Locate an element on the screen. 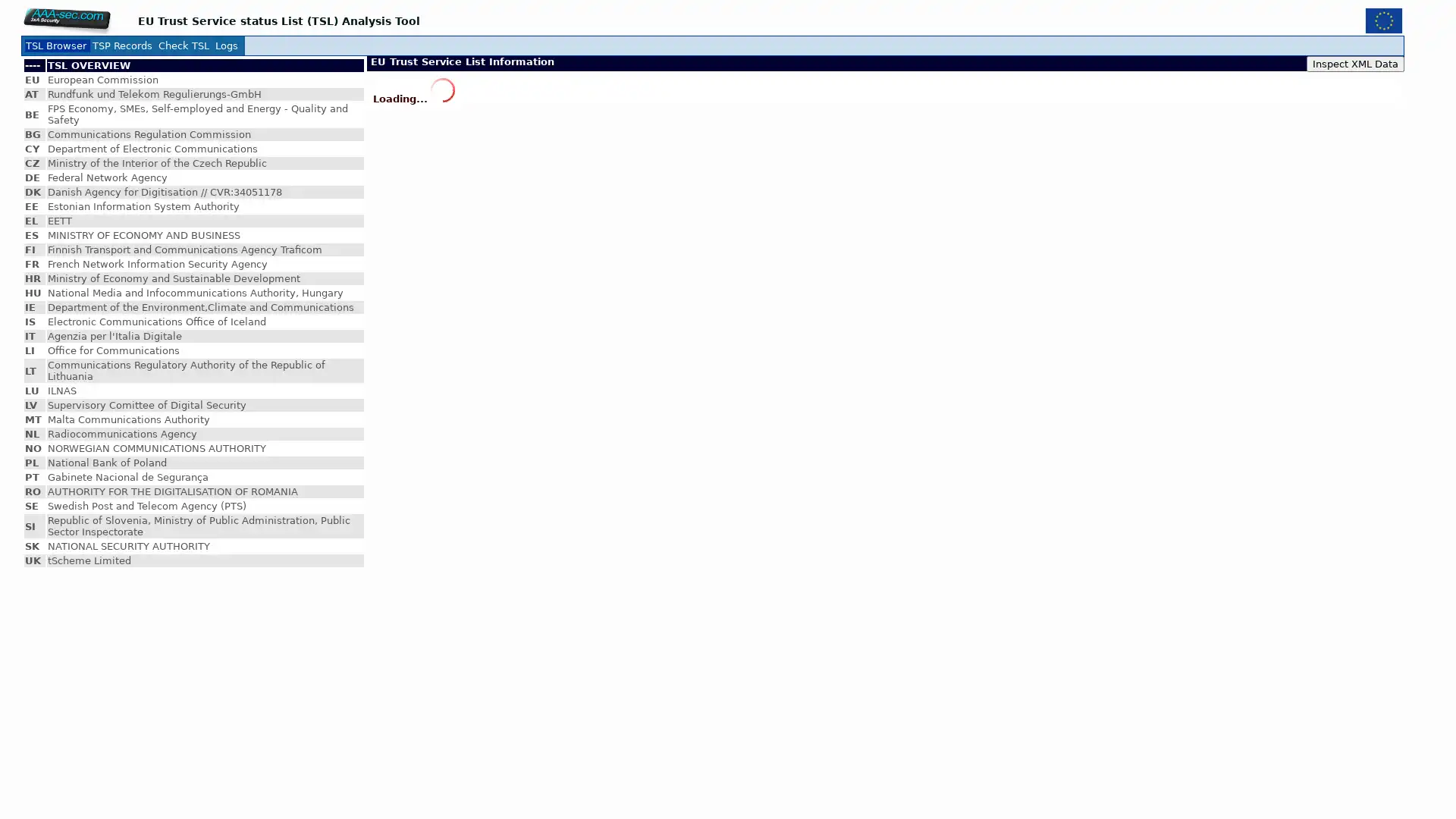  Inspect XML Data is located at coordinates (1355, 63).